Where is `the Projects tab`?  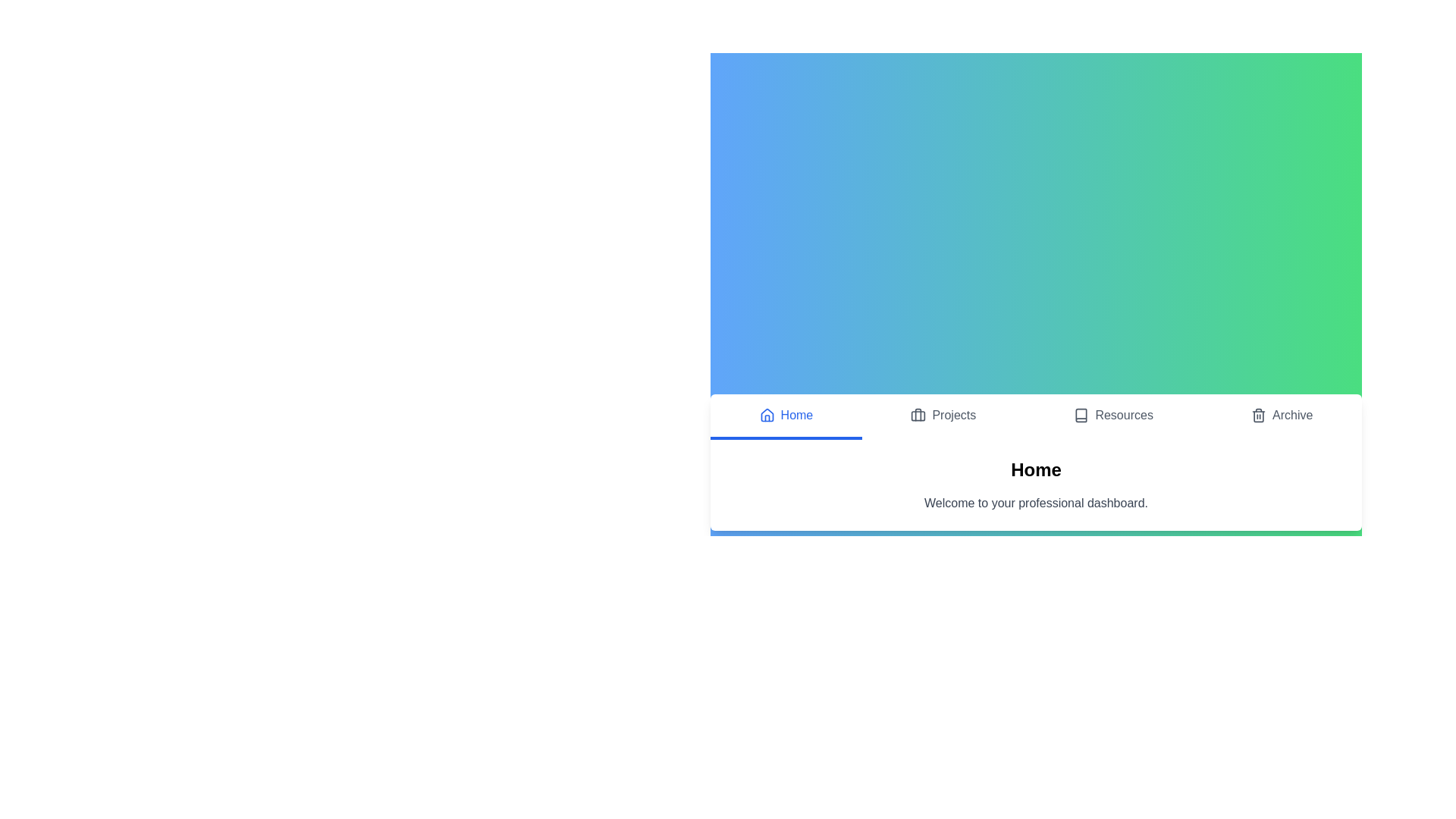
the Projects tab is located at coordinates (943, 417).